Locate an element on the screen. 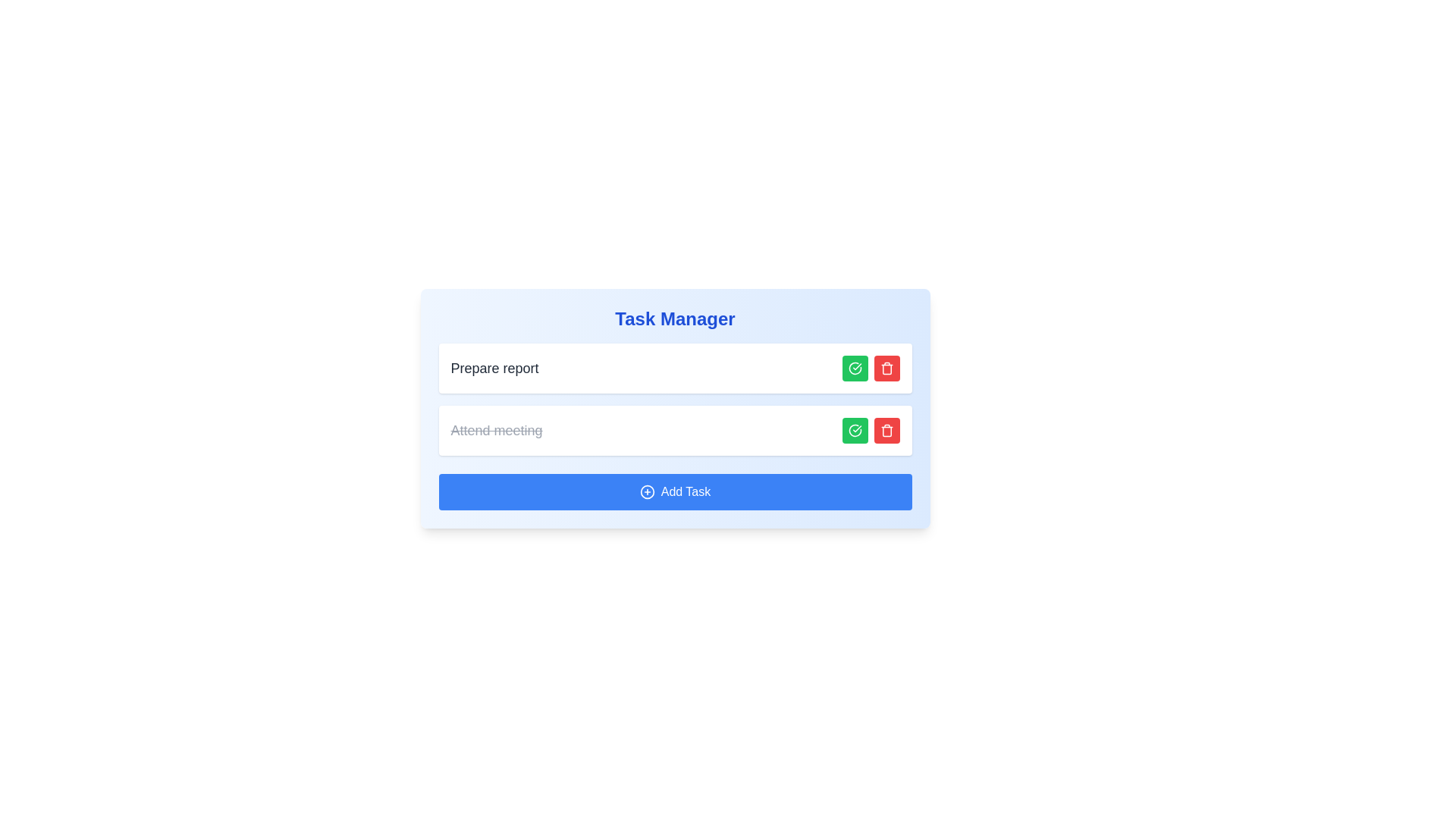 This screenshot has height=819, width=1456. the appearance of the circular '+' icon with a blue background located on the left side of the 'Add Task' button is located at coordinates (647, 491).